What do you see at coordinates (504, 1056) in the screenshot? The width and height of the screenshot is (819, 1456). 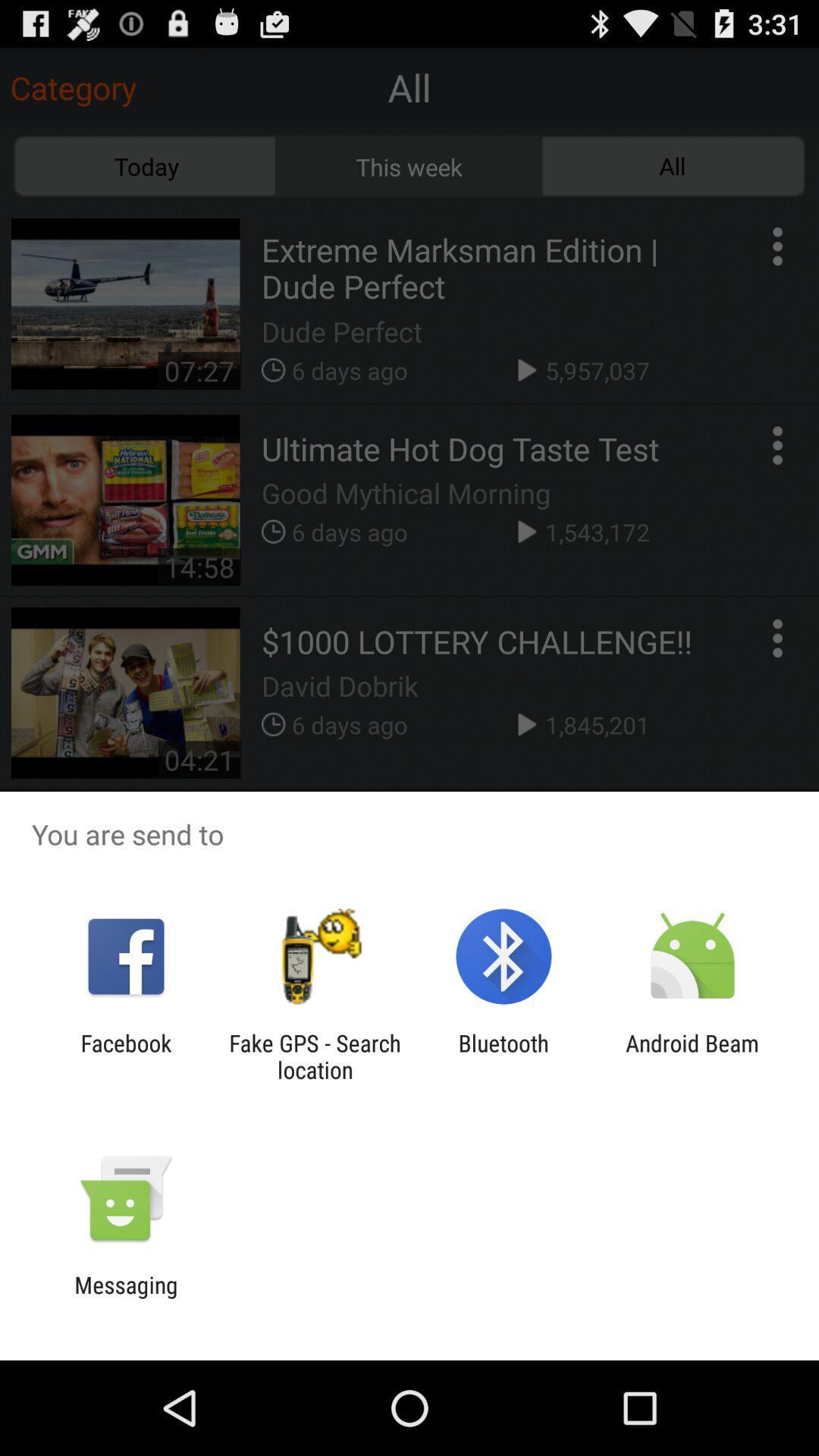 I see `item to the right of the fake gps search icon` at bounding box center [504, 1056].